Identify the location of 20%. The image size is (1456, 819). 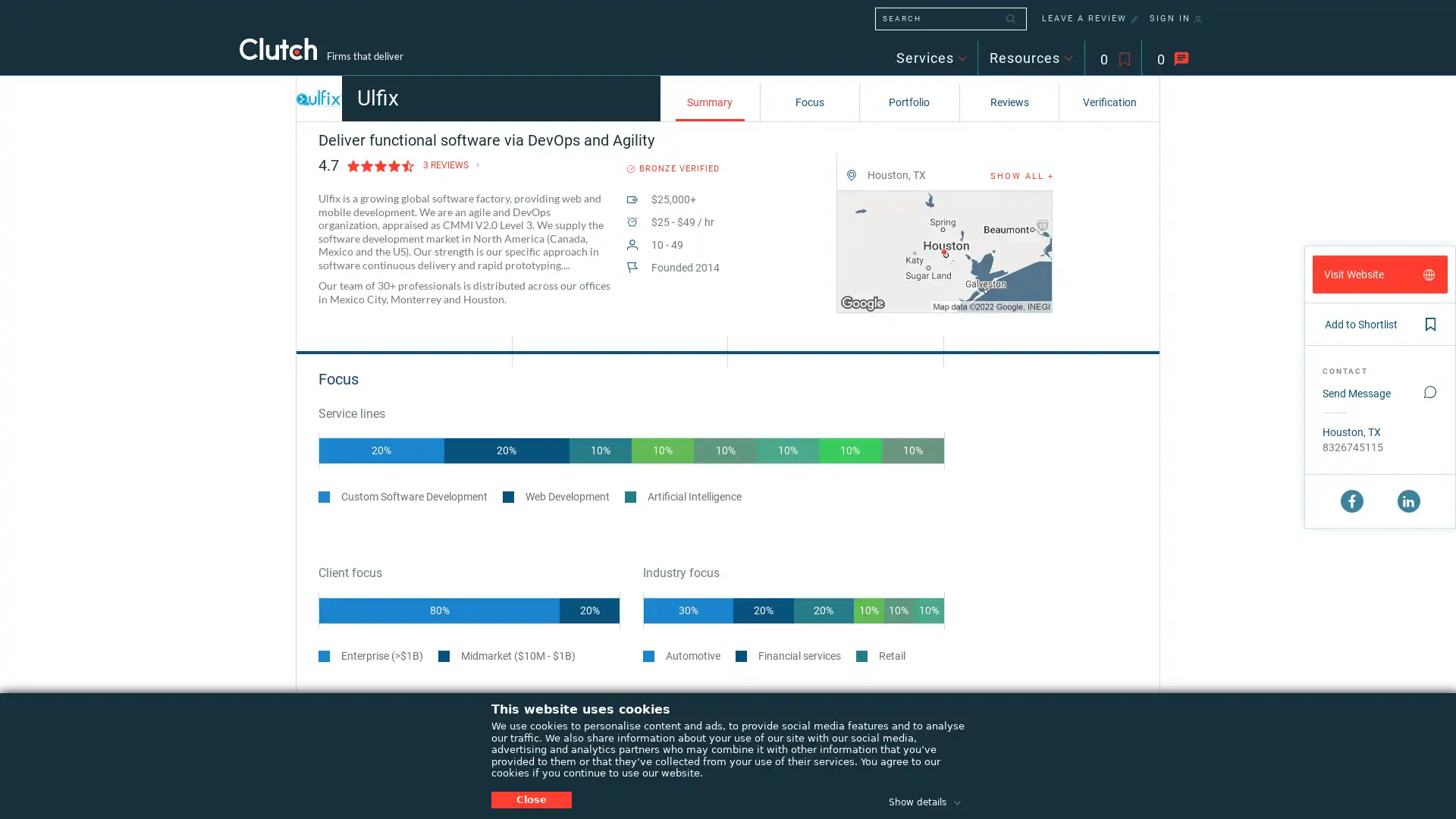
(822, 609).